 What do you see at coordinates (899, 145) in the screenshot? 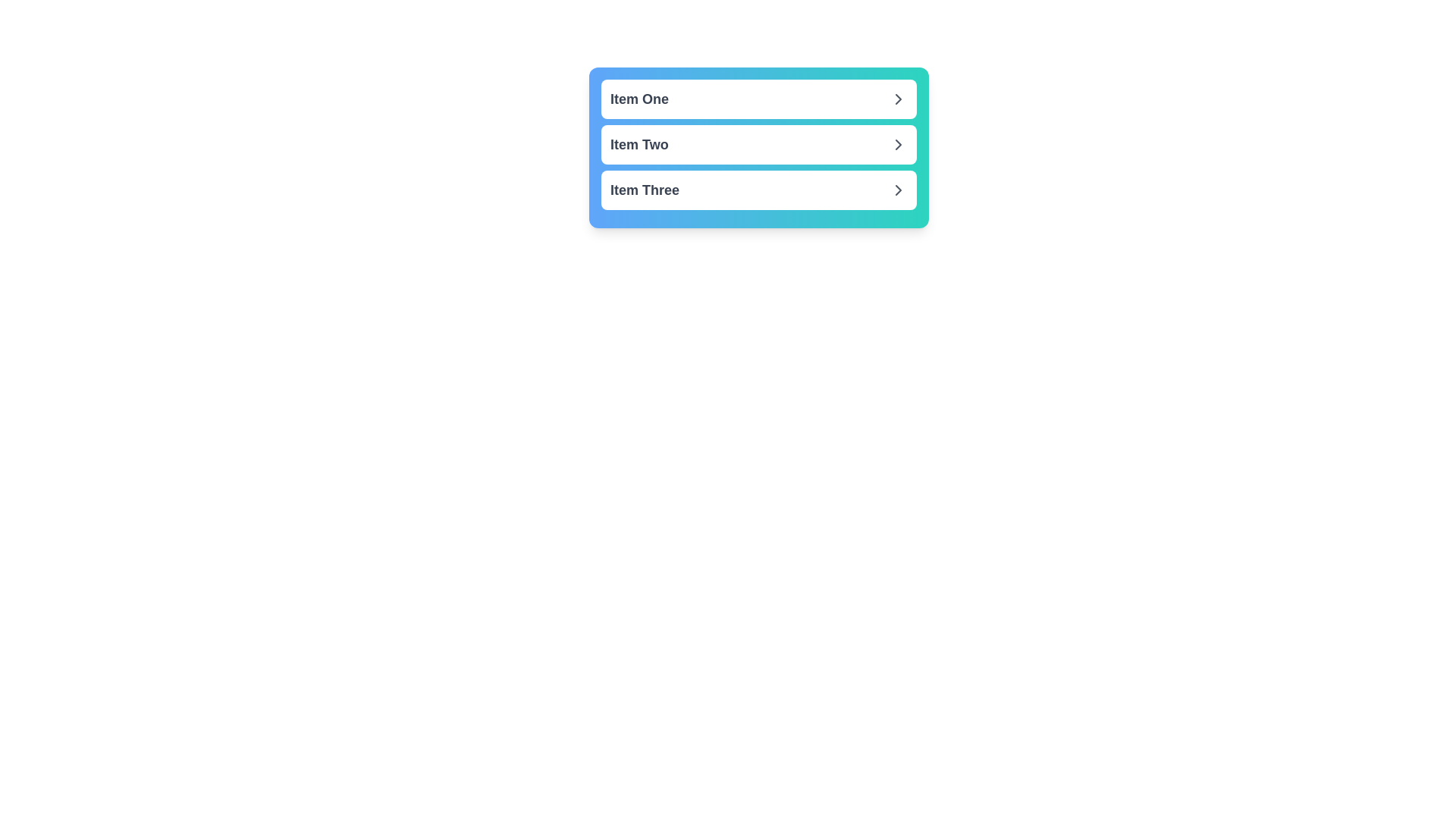
I see `the arrow SVG icon located at the rightmost part of the menu, which is the second item following 'Item Two'` at bounding box center [899, 145].